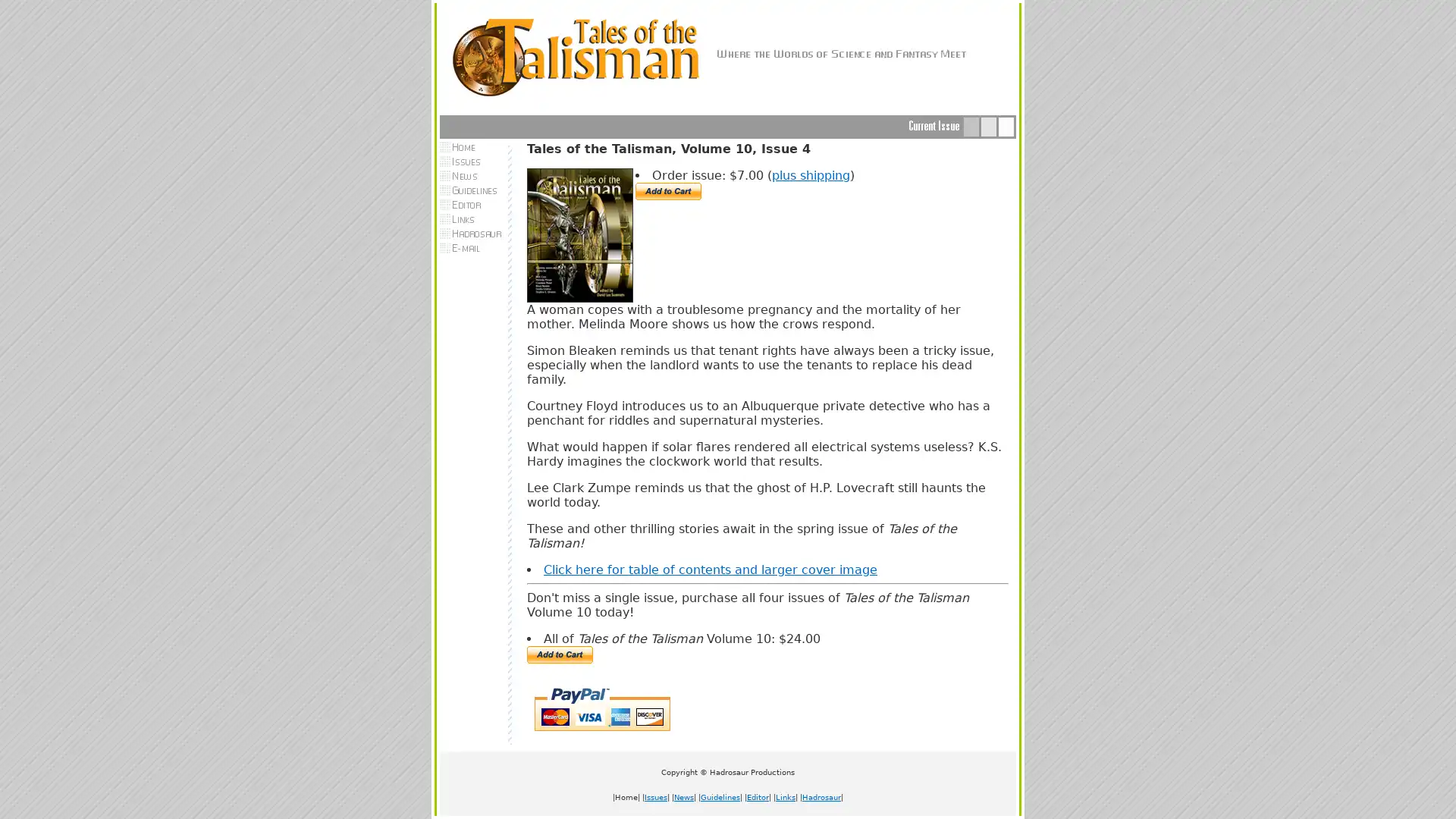 Image resolution: width=1456 pixels, height=819 pixels. Describe the element at coordinates (667, 190) in the screenshot. I see `Make payments with PayPal - it's fast, free and secure!` at that location.